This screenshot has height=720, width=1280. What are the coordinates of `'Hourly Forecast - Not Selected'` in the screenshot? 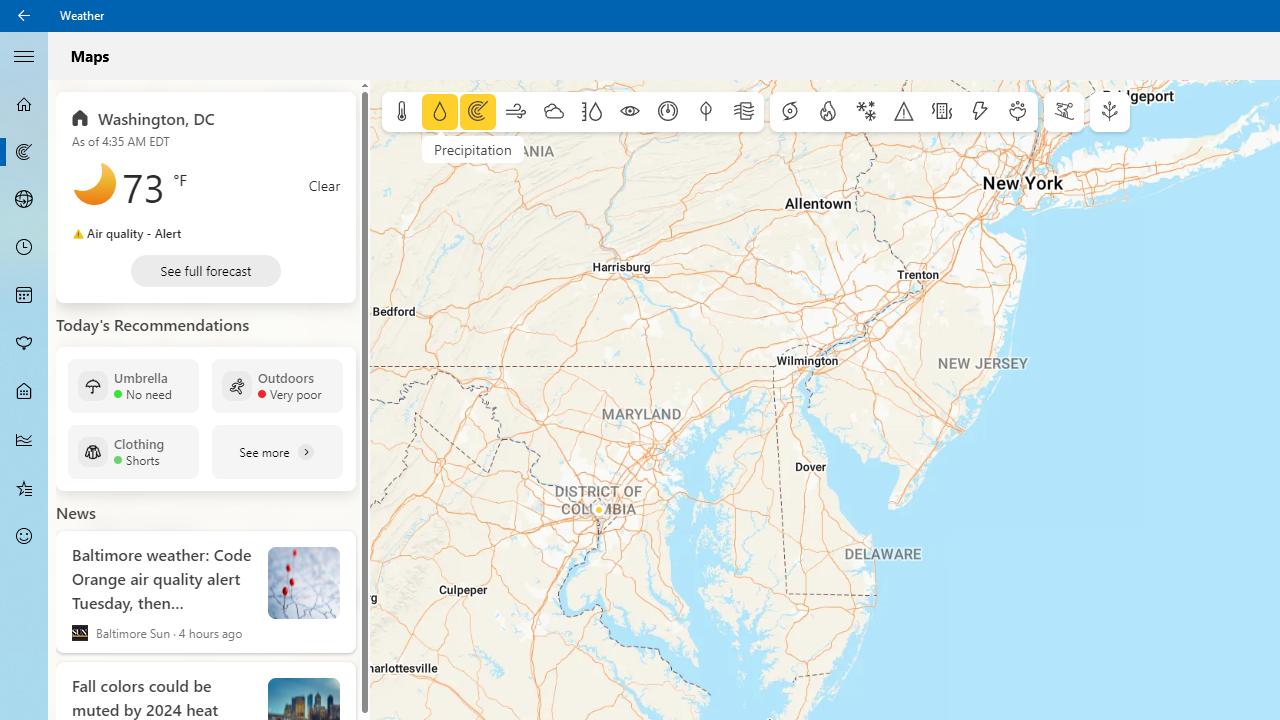 It's located at (24, 247).